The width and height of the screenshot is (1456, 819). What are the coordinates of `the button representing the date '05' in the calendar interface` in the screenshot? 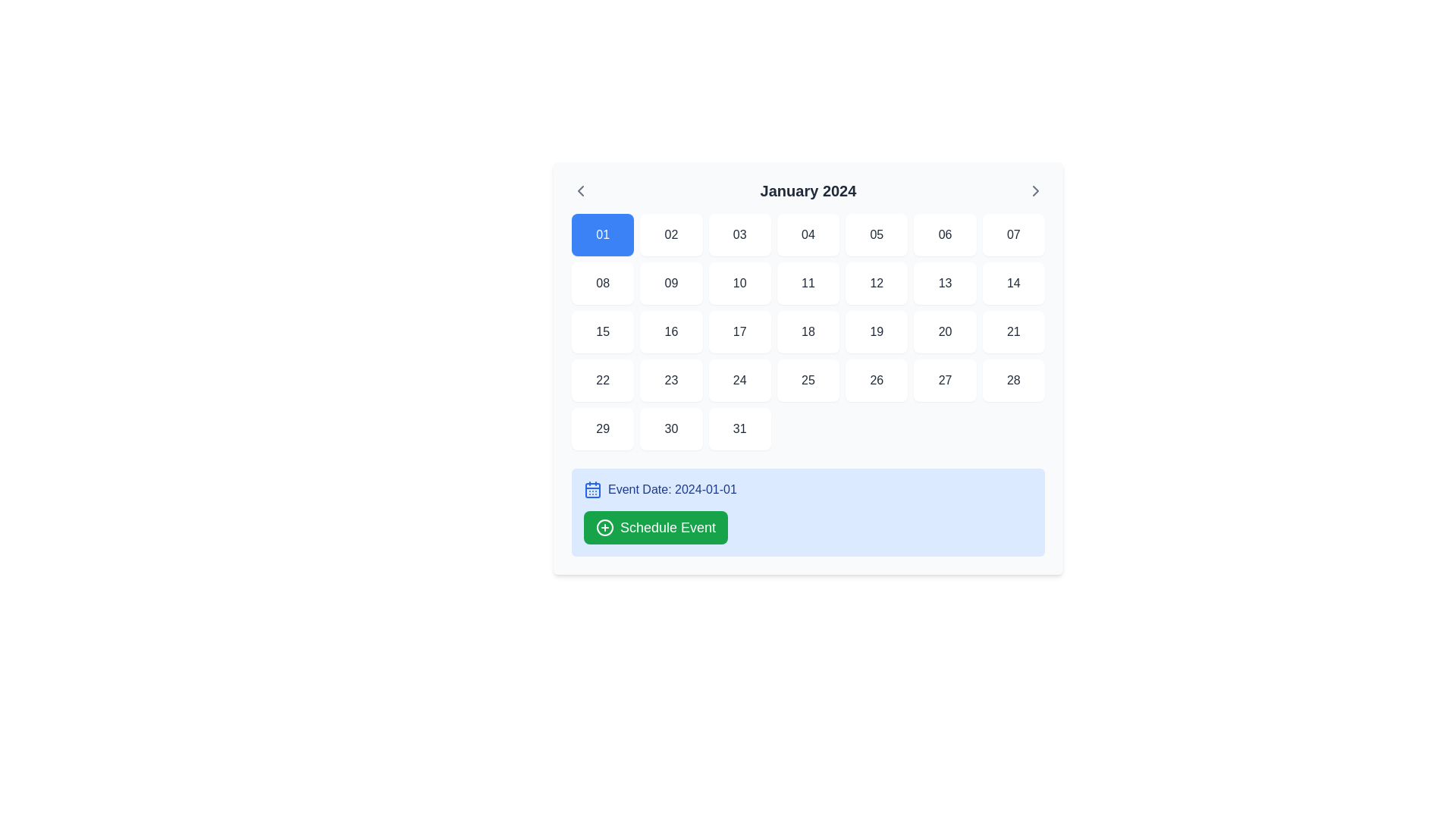 It's located at (877, 234).